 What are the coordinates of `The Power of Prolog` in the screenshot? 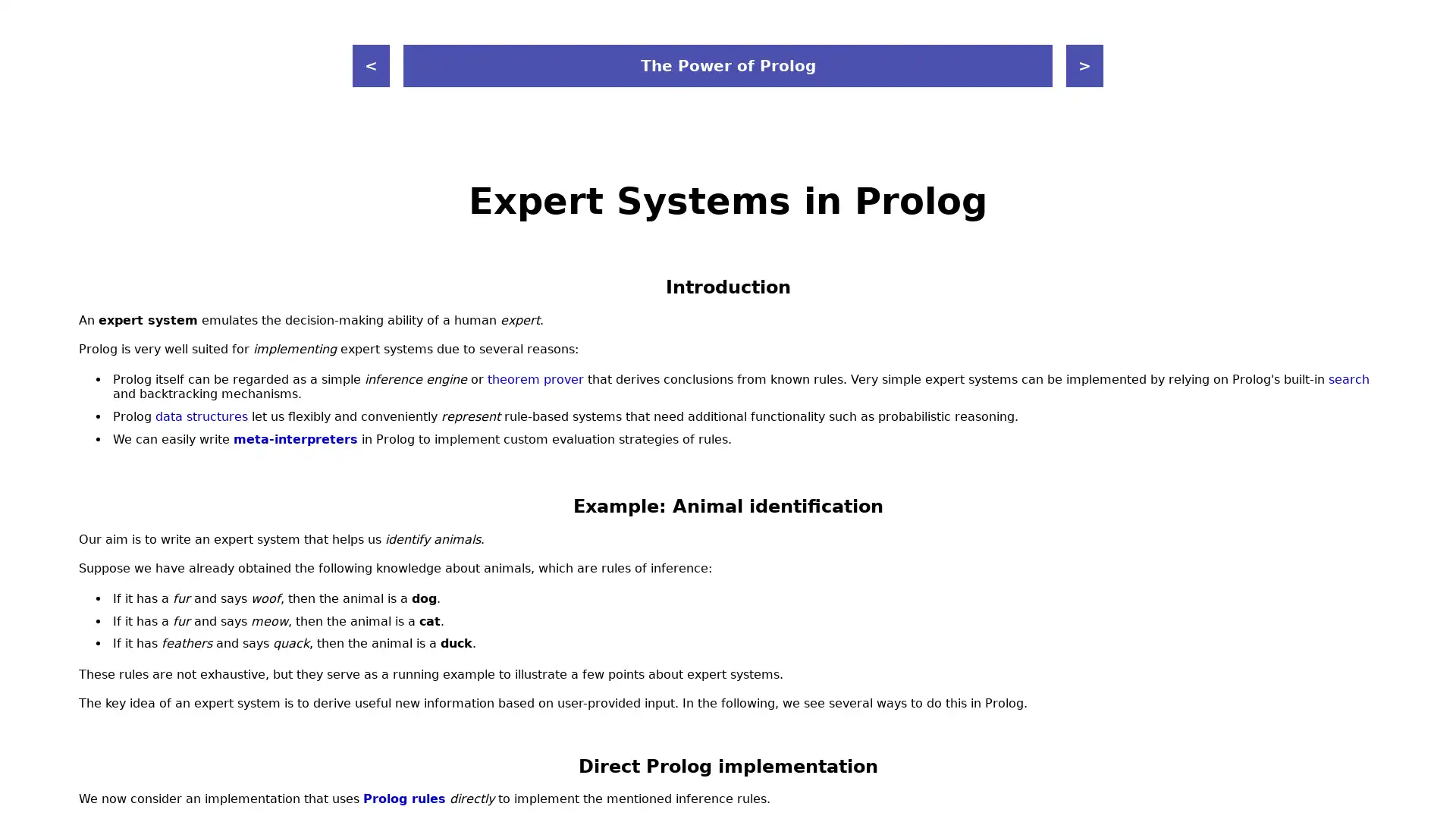 It's located at (728, 65).